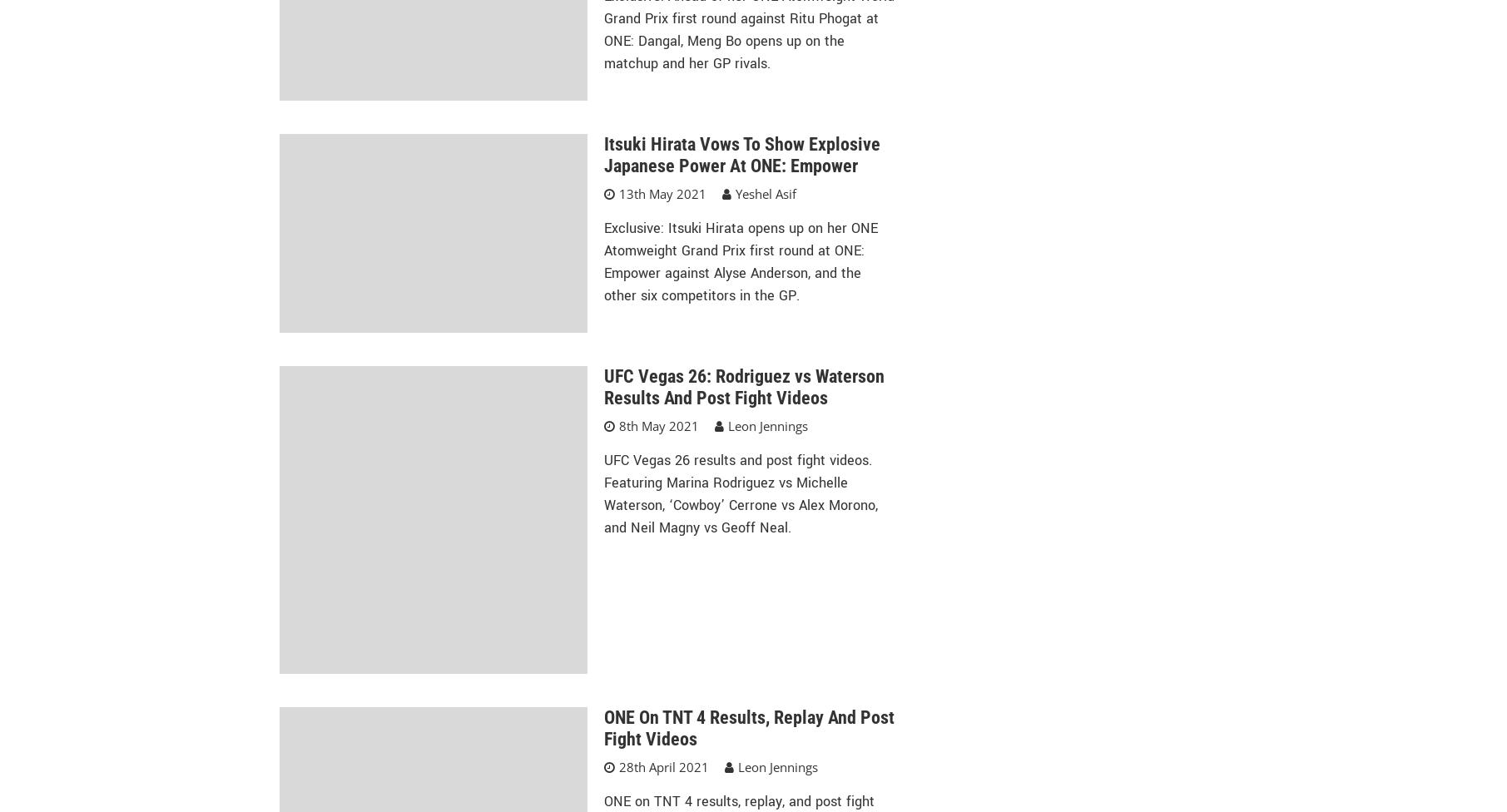 Image resolution: width=1507 pixels, height=812 pixels. Describe the element at coordinates (740, 261) in the screenshot. I see `'Exclusive: Itsuki Hirata opens up on her ONE Atomweight Grand Prix first round at ONE: Empower against Alyse Anderson, and the other six competitors in the GP.'` at that location.